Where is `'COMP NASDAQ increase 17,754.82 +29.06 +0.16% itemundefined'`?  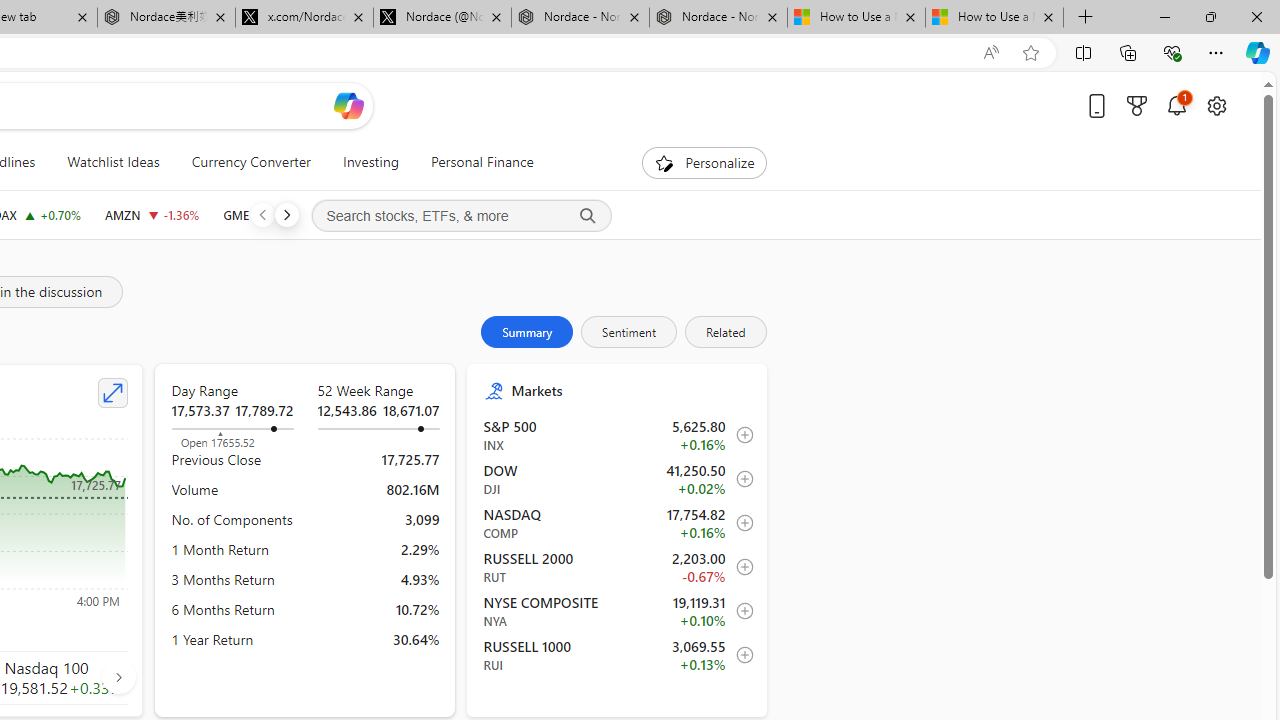 'COMP NASDAQ increase 17,754.82 +29.06 +0.16% itemundefined' is located at coordinates (616, 522).